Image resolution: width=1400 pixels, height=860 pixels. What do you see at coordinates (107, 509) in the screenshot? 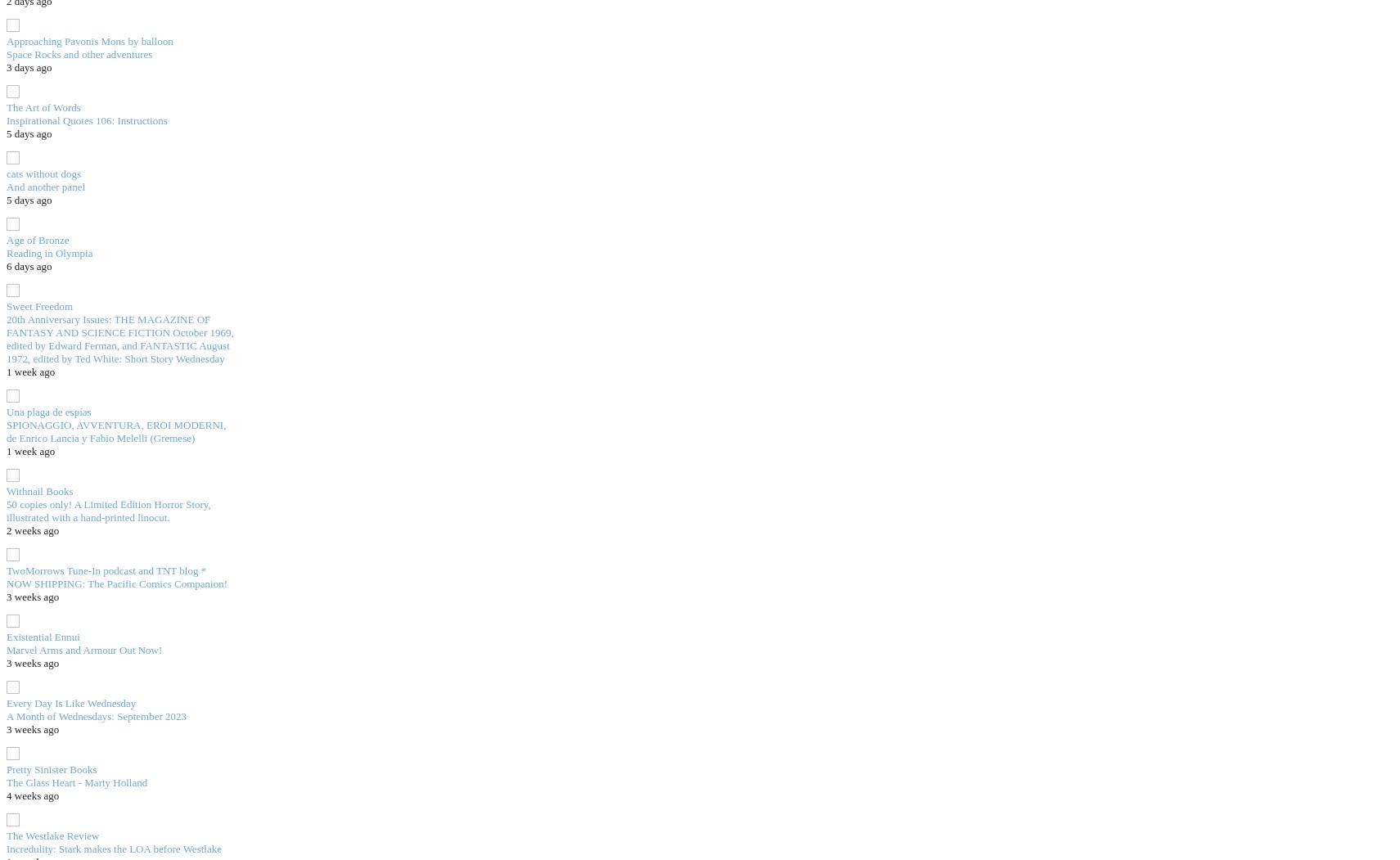
I see `'50 copies only! A Limited Edition Horror Story, illustrated with a hand-printed linocut.'` at bounding box center [107, 509].